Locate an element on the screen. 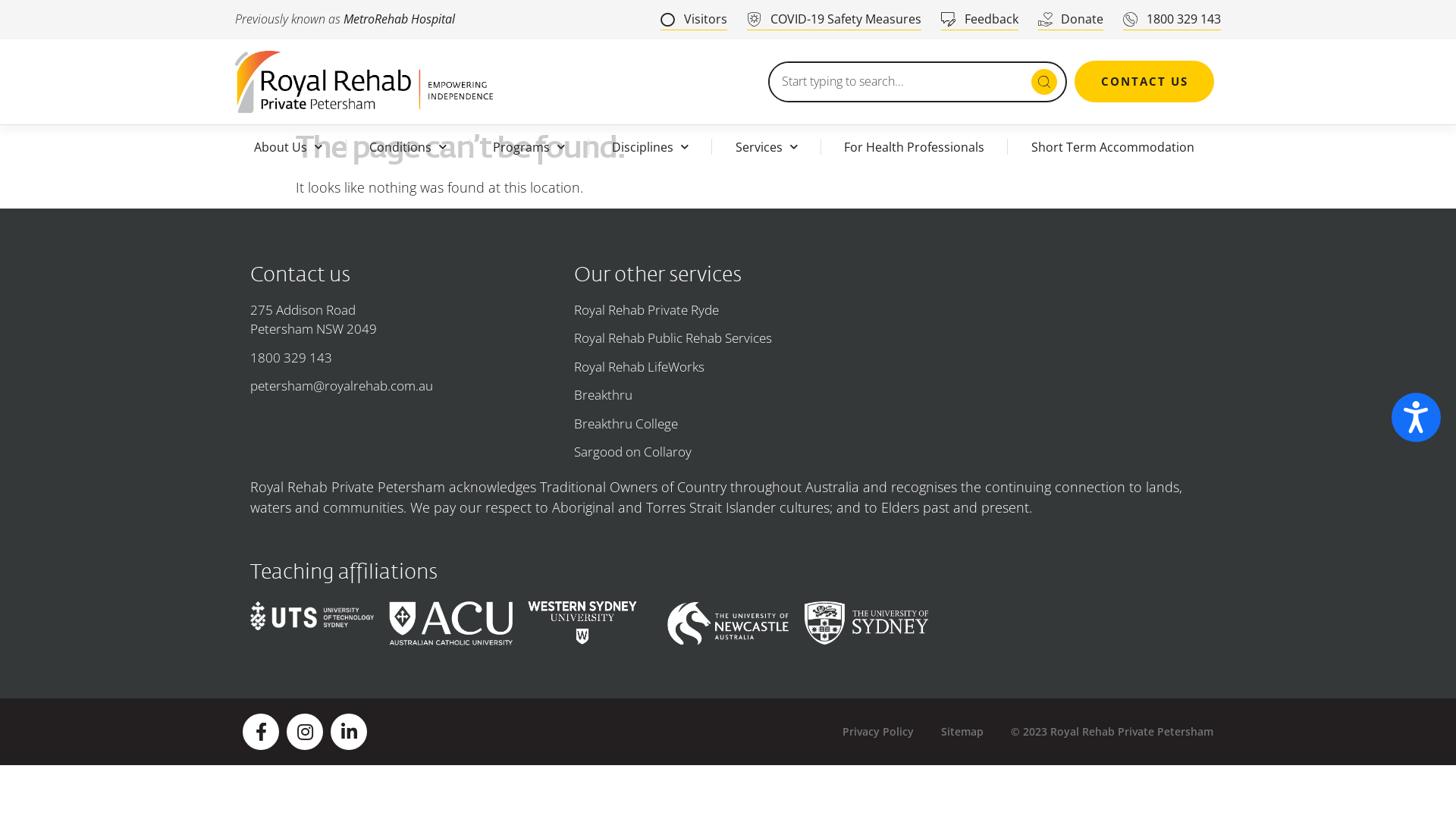 The image size is (1456, 819). 'Short Term Accommodation' is located at coordinates (1112, 146).